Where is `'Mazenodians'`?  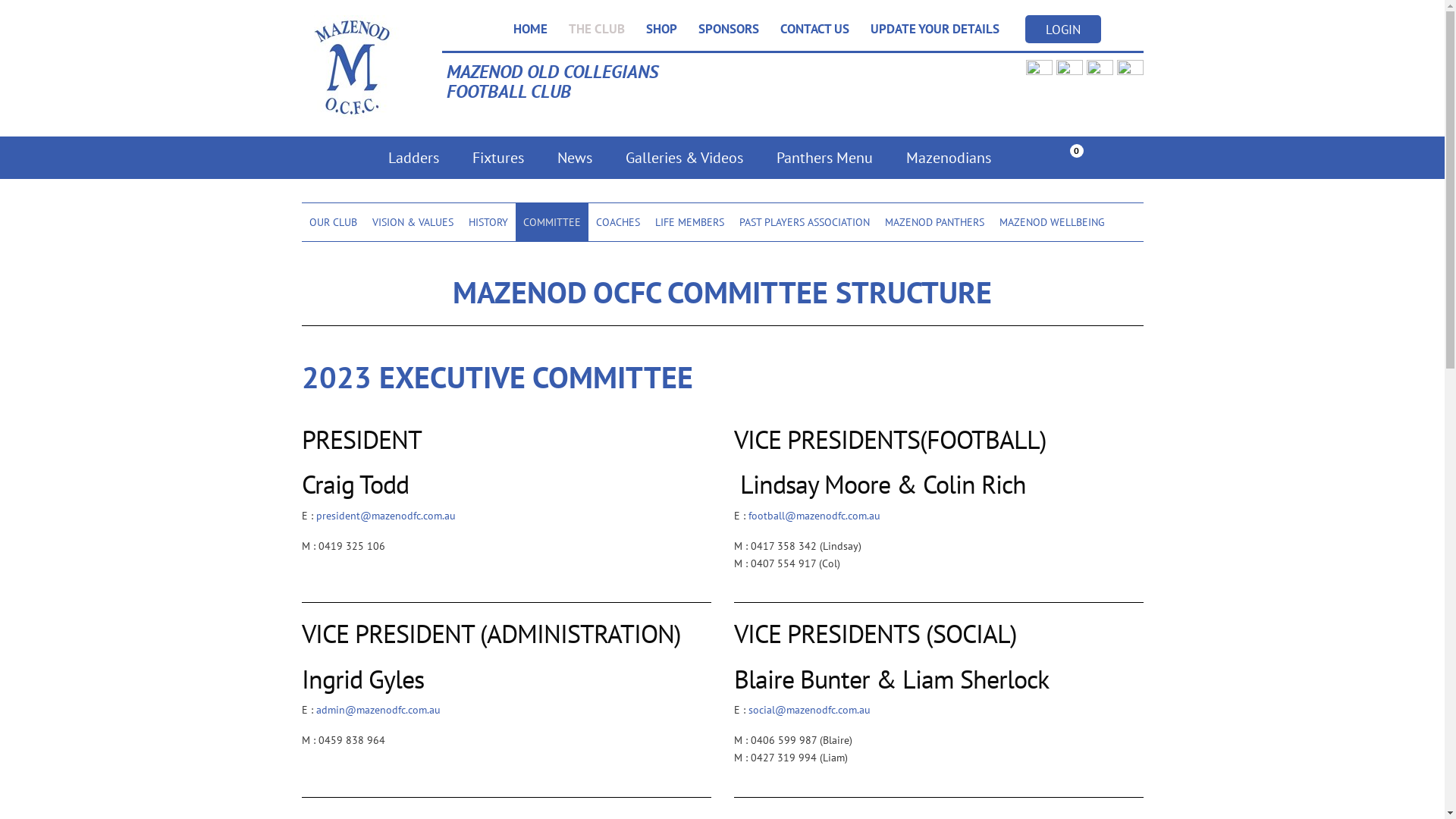
'Mazenodians' is located at coordinates (946, 158).